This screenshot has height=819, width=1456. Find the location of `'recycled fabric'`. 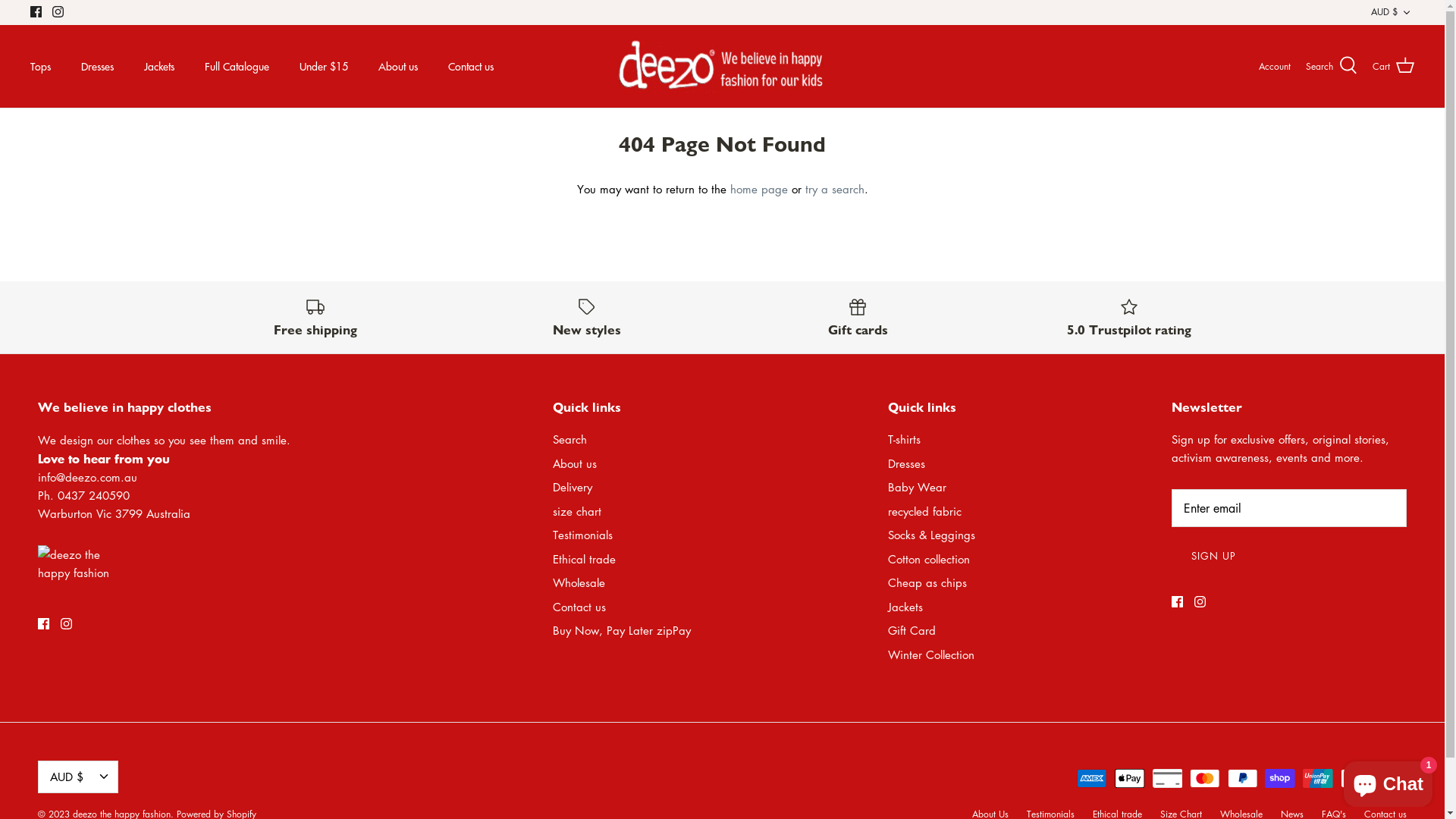

'recycled fabric' is located at coordinates (924, 511).